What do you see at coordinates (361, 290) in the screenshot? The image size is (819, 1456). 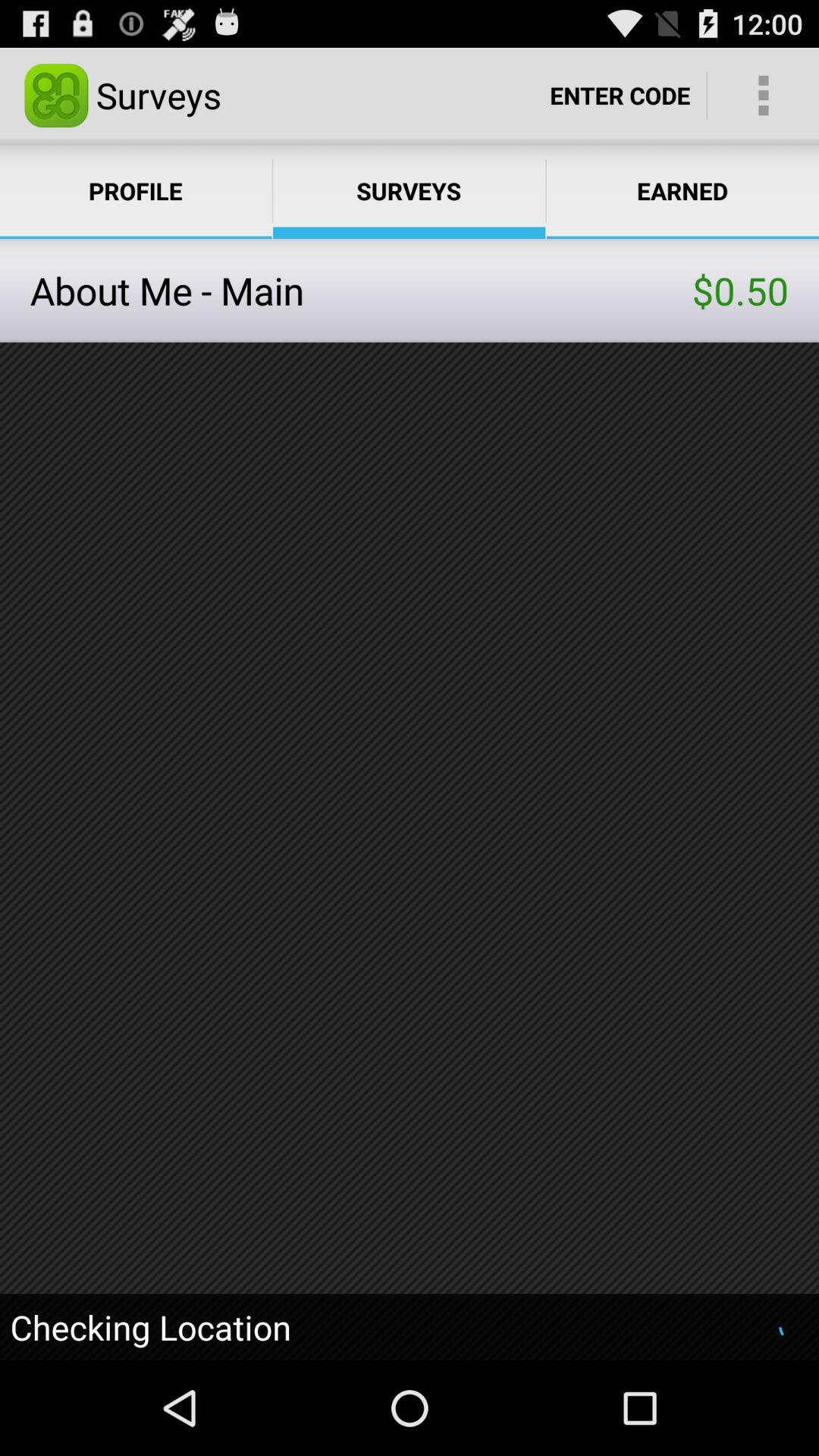 I see `the item next to $0.50 item` at bounding box center [361, 290].